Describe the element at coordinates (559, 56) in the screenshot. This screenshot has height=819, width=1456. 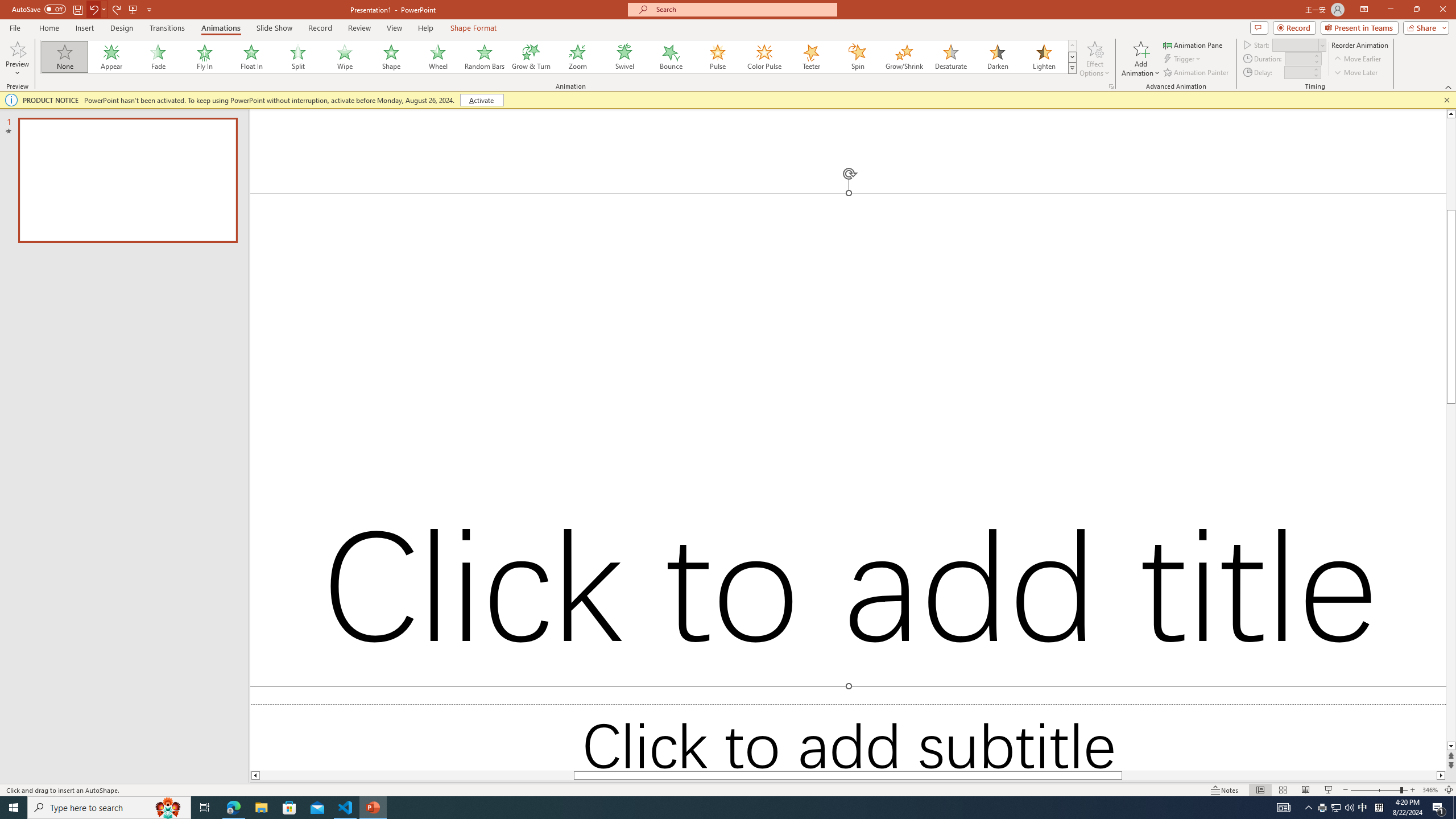
I see `'AutomationID: AnimationGallery'` at that location.